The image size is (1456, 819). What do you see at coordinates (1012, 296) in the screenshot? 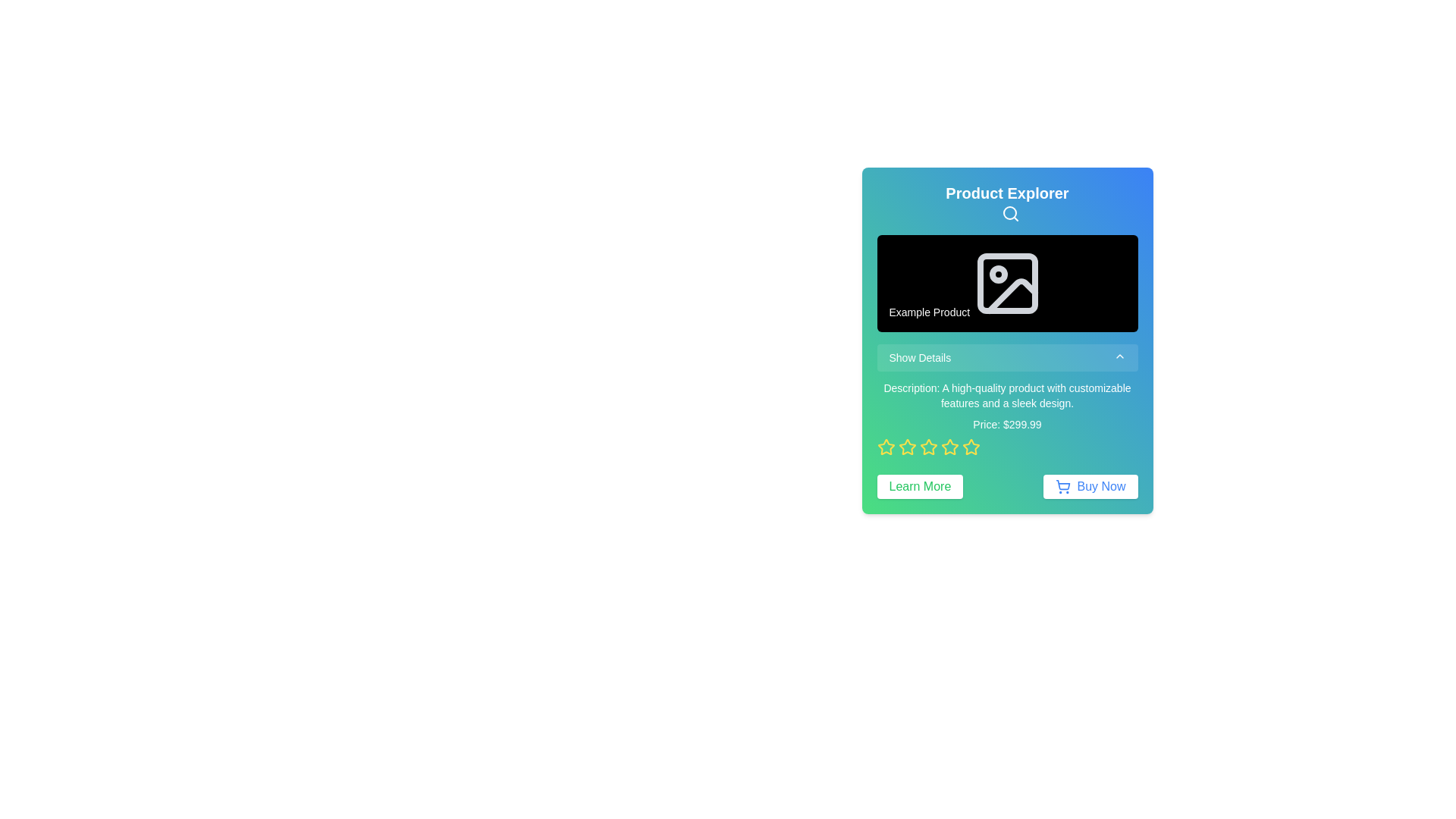
I see `the mountain peak icon located in the top right of the image placeholder UI component on the card` at bounding box center [1012, 296].